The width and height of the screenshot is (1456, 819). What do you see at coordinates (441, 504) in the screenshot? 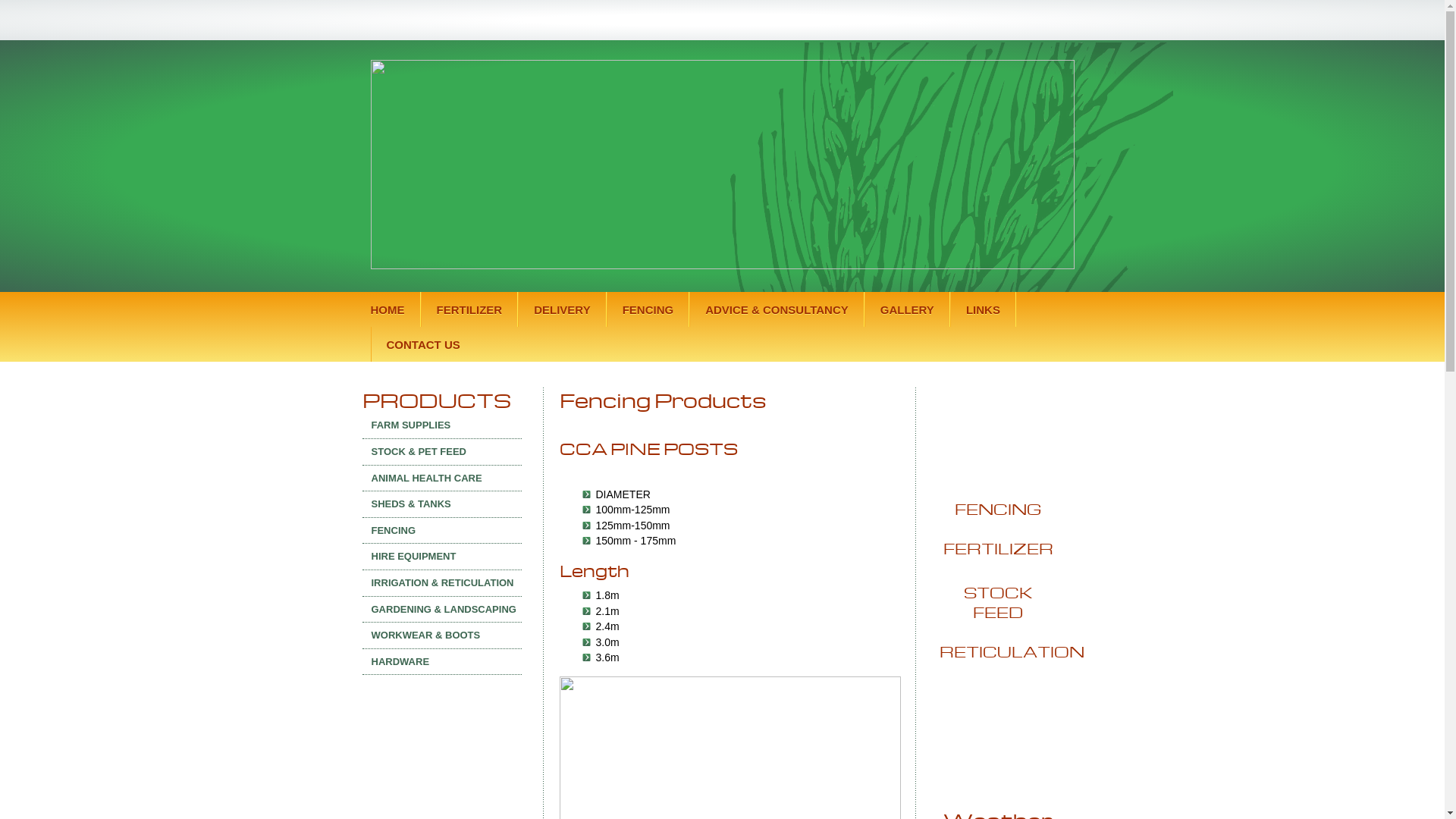
I see `'SHEDS & TANKS'` at bounding box center [441, 504].